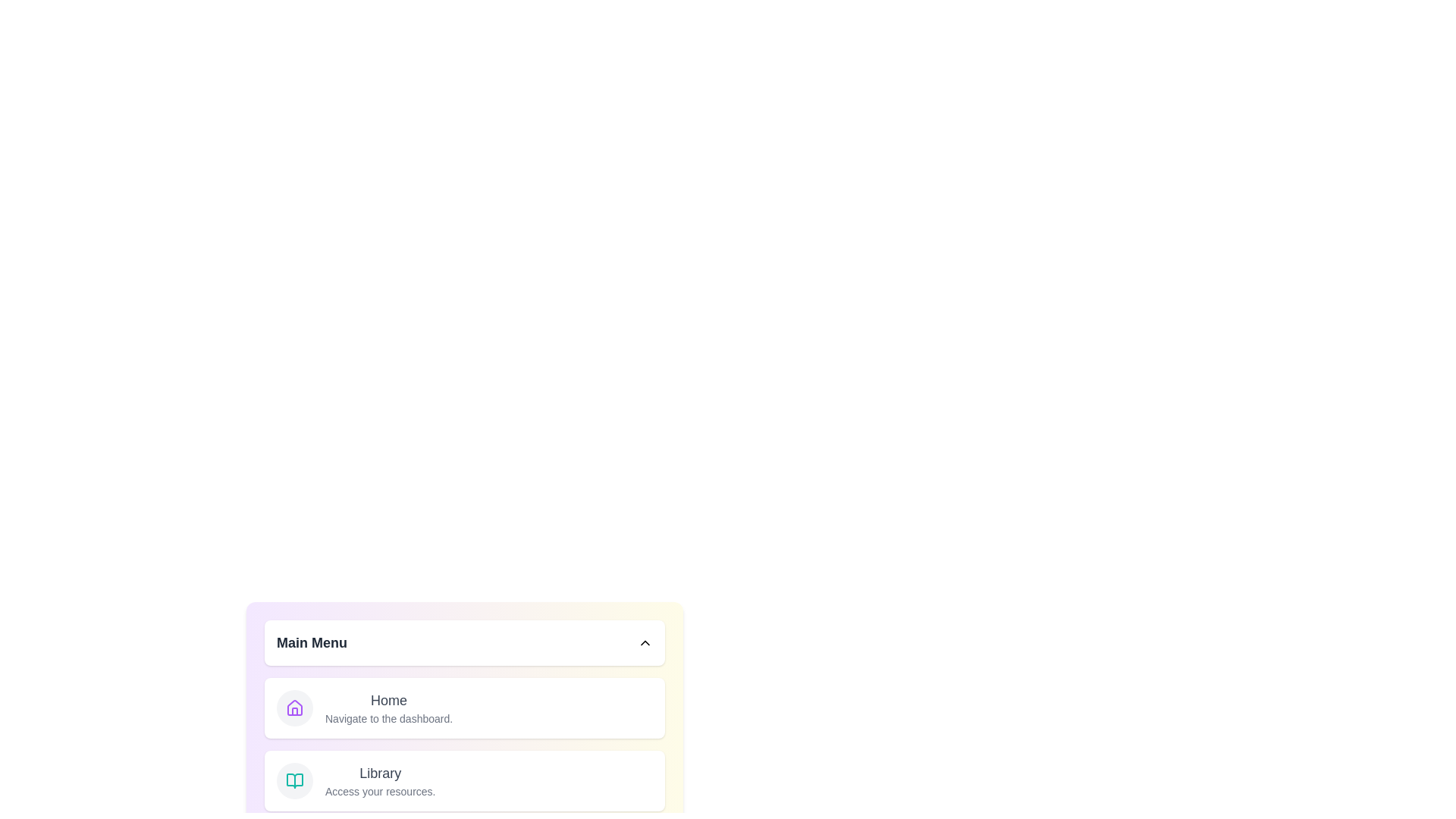  What do you see at coordinates (294, 780) in the screenshot?
I see `the menu item labeled Library` at bounding box center [294, 780].